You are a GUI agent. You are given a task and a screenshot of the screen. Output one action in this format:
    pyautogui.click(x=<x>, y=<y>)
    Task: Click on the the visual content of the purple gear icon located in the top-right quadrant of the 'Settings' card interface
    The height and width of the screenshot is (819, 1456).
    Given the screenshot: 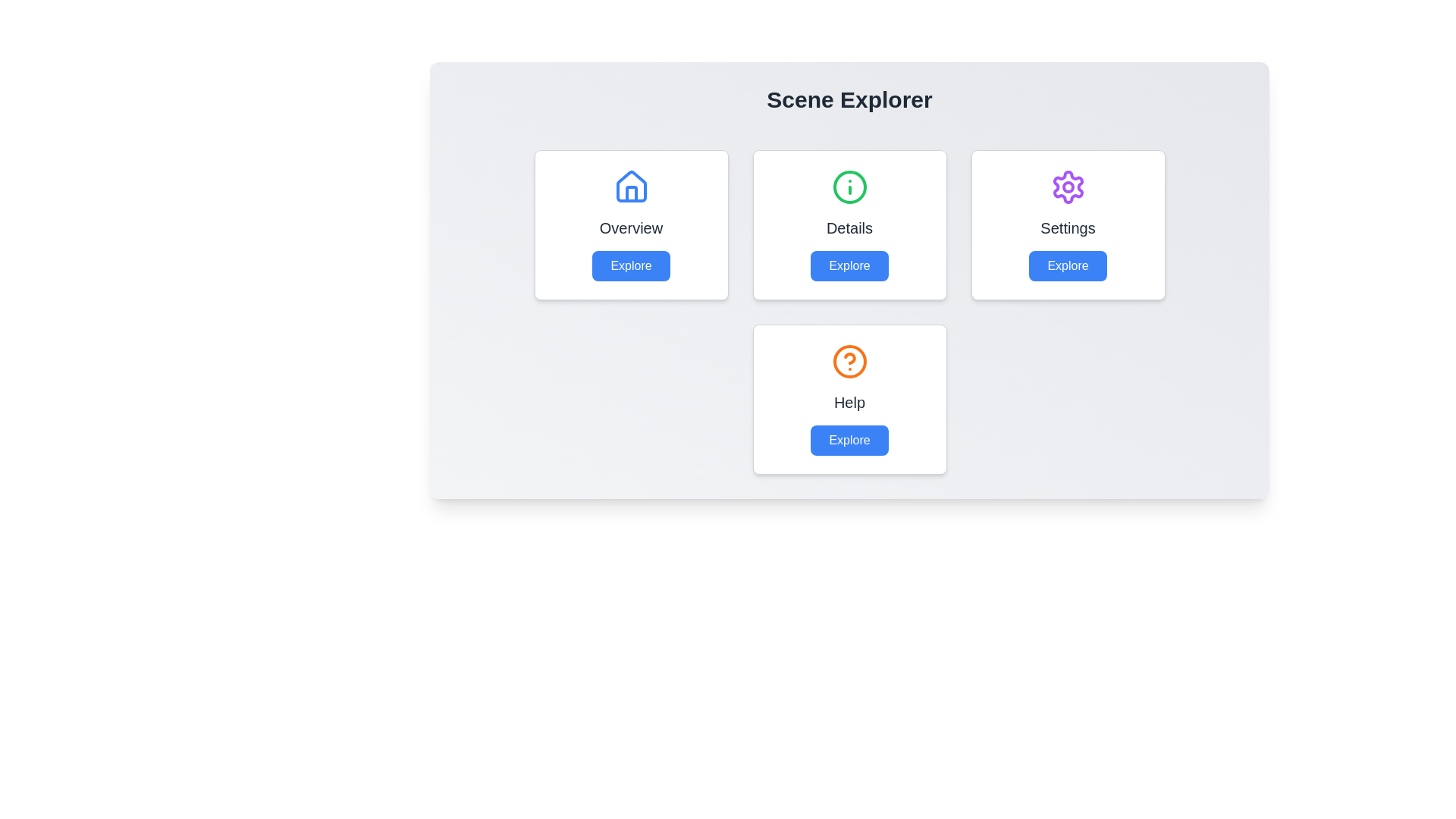 What is the action you would take?
    pyautogui.click(x=1067, y=186)
    